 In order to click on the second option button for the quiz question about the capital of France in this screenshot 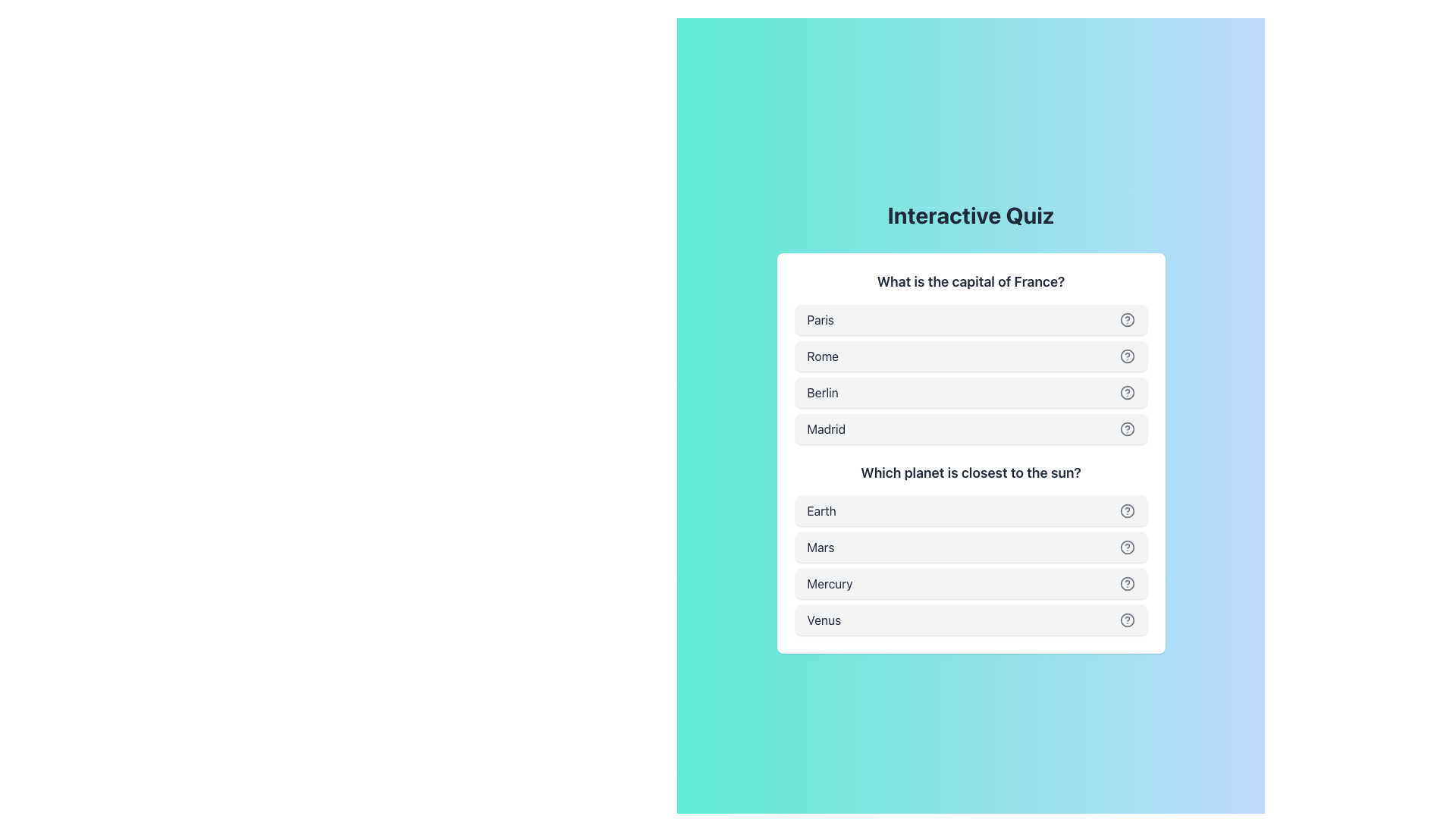, I will do `click(971, 356)`.